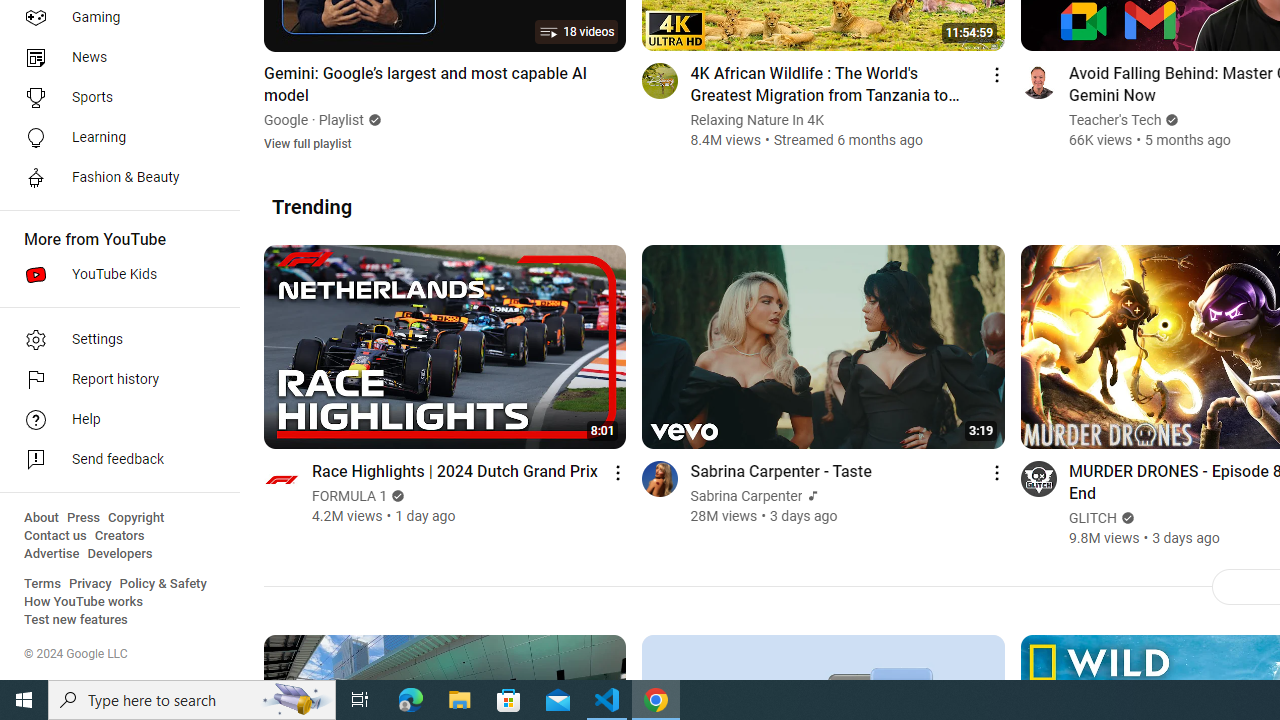  What do you see at coordinates (1114, 120) in the screenshot?
I see `'Teacher'` at bounding box center [1114, 120].